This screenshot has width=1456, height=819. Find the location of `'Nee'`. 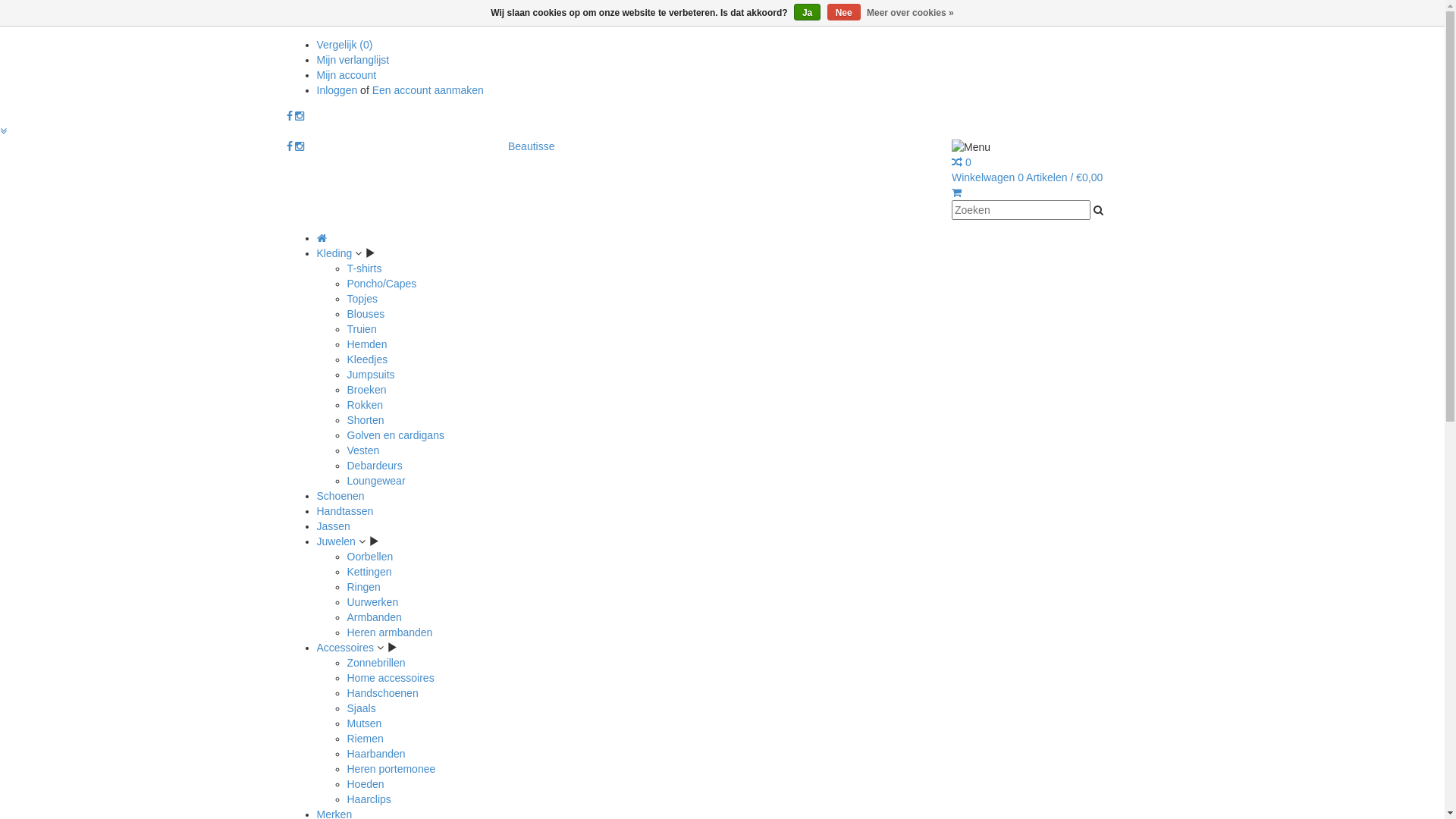

'Nee' is located at coordinates (843, 11).